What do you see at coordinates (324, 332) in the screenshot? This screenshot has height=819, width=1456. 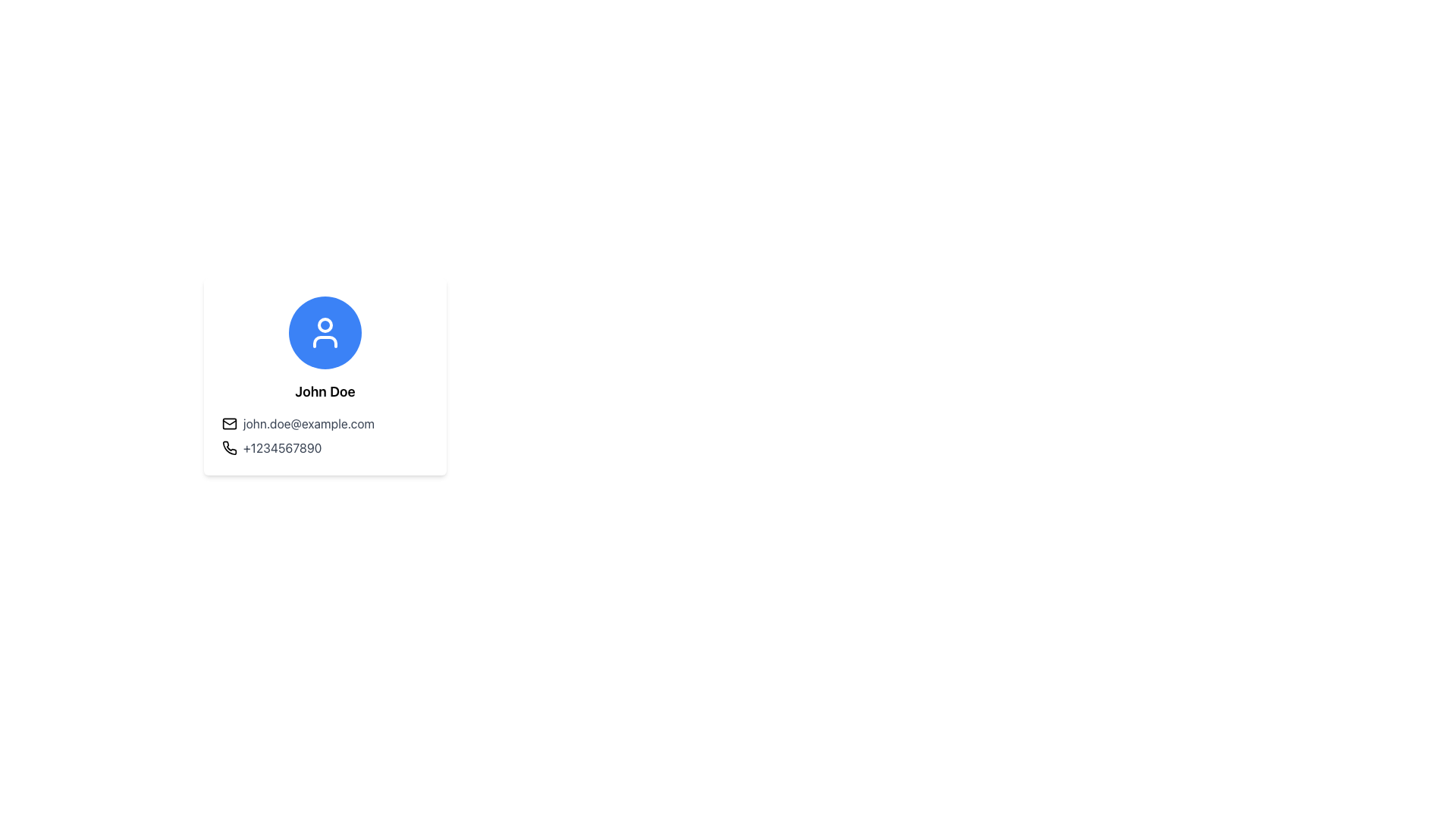 I see `the Avatar icon located above the text 'John Doe'` at bounding box center [324, 332].